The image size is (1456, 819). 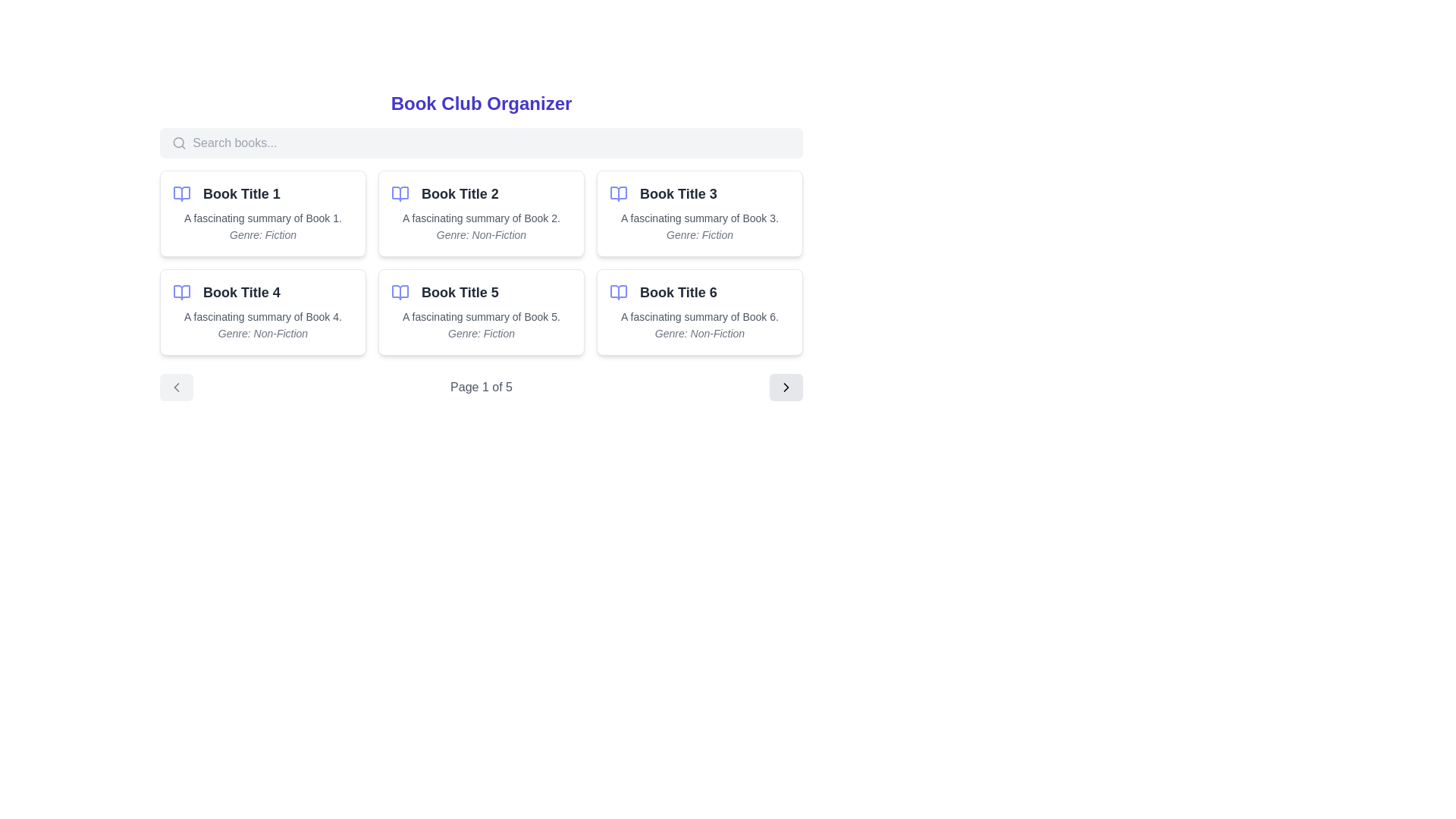 I want to click on the open book icon representing 'Book Title 5' located at the top-left corner of the fifth book card, so click(x=400, y=292).